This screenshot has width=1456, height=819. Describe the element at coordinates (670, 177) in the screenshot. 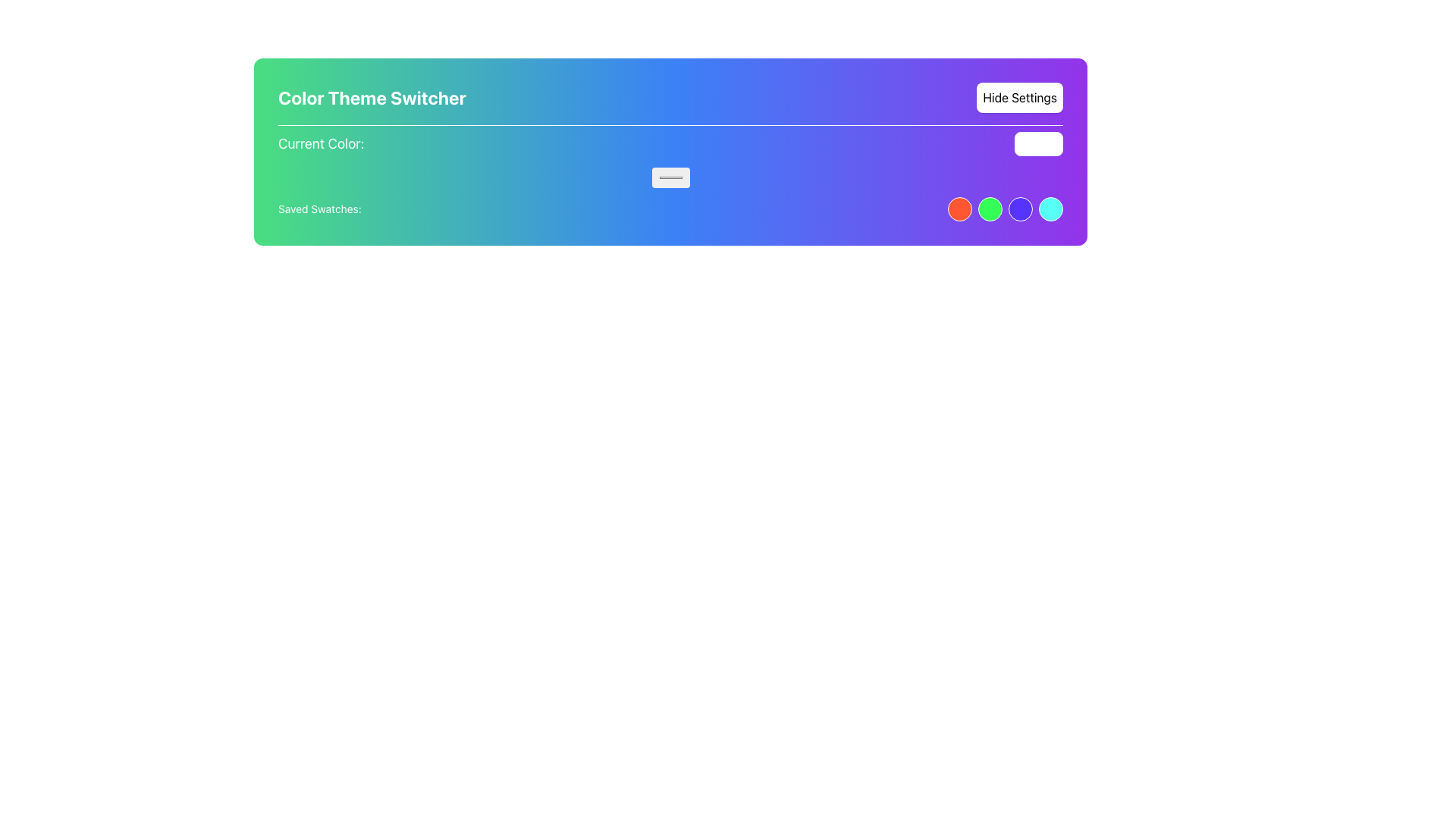

I see `the Color Picker Input located in the 'Current Color' section` at that location.